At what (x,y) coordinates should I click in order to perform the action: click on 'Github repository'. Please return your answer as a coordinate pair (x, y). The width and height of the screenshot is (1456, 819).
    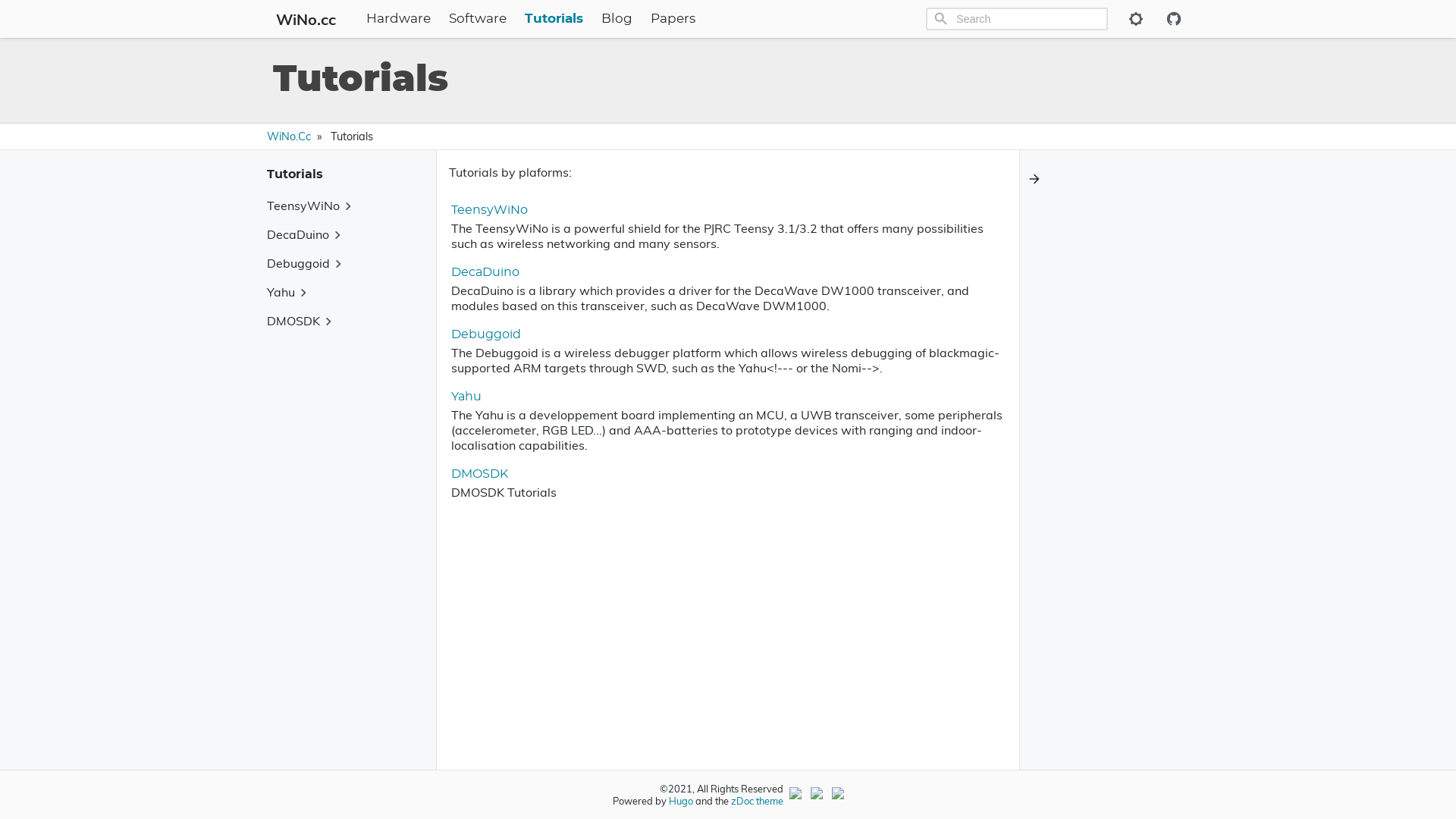
    Looking at the image, I should click on (1172, 18).